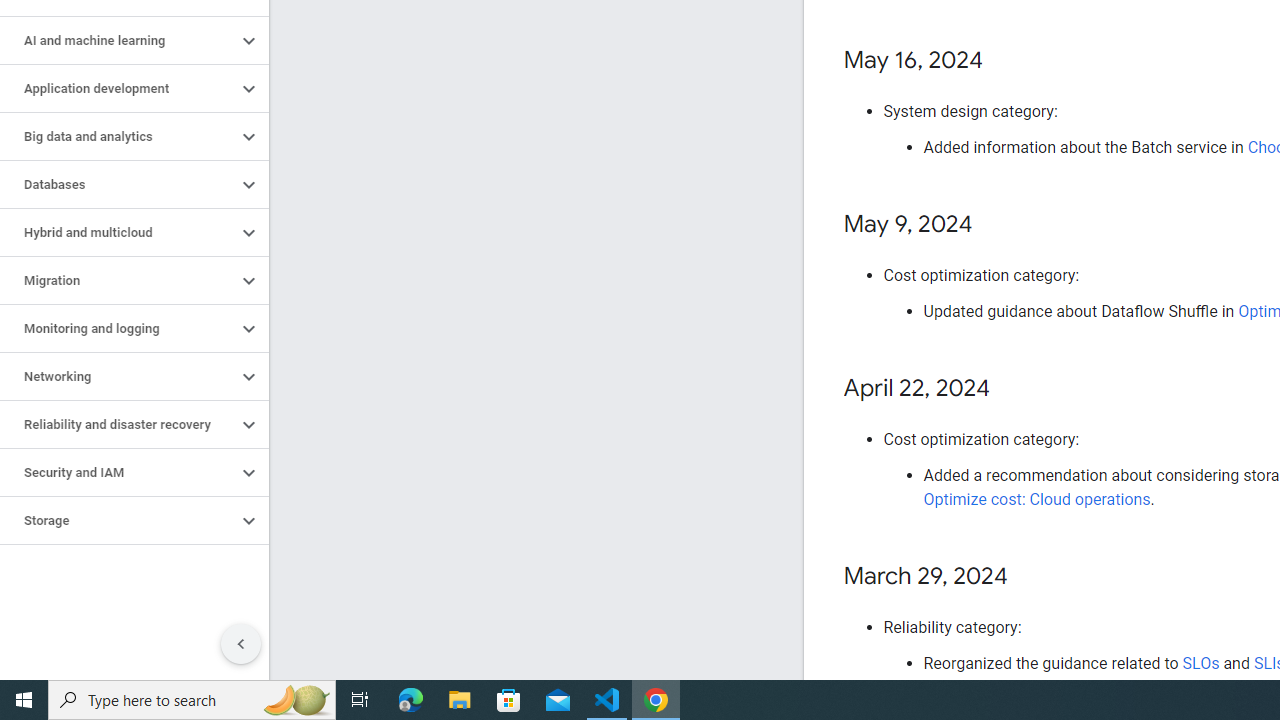 Image resolution: width=1280 pixels, height=720 pixels. Describe the element at coordinates (117, 473) in the screenshot. I see `'Security and IAM'` at that location.